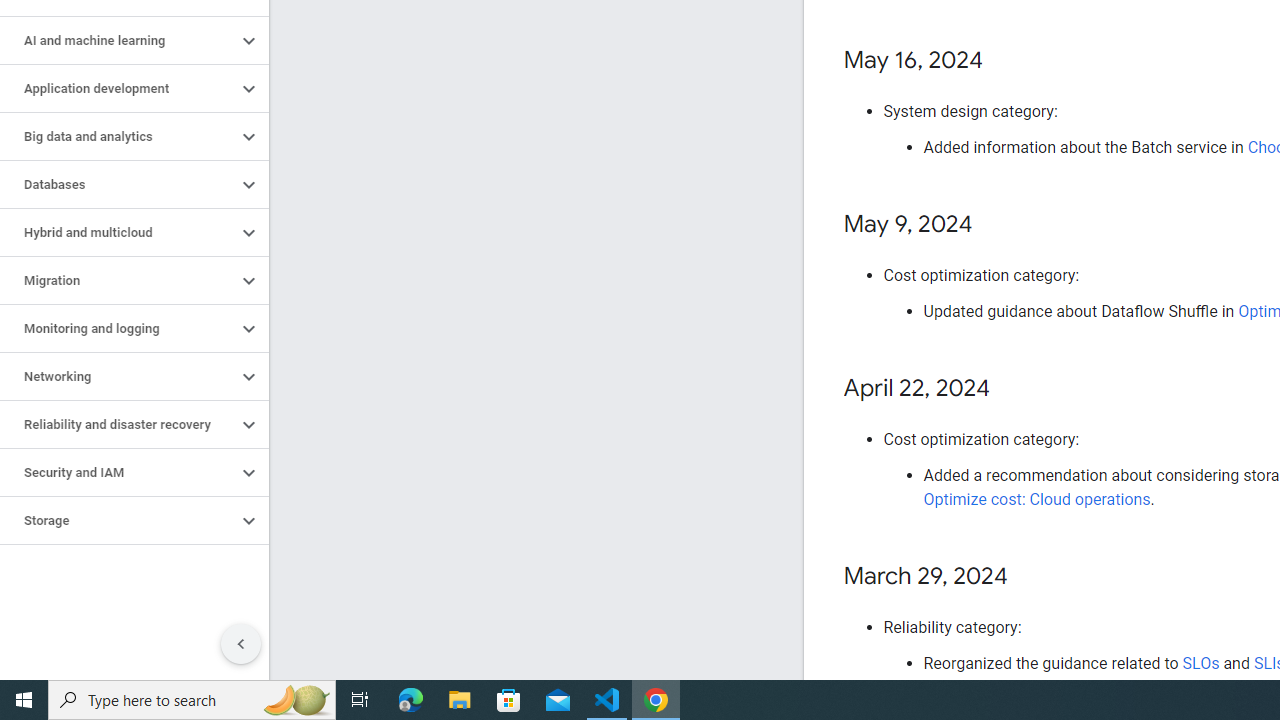 Image resolution: width=1280 pixels, height=720 pixels. Describe the element at coordinates (117, 473) in the screenshot. I see `'Security and IAM'` at that location.